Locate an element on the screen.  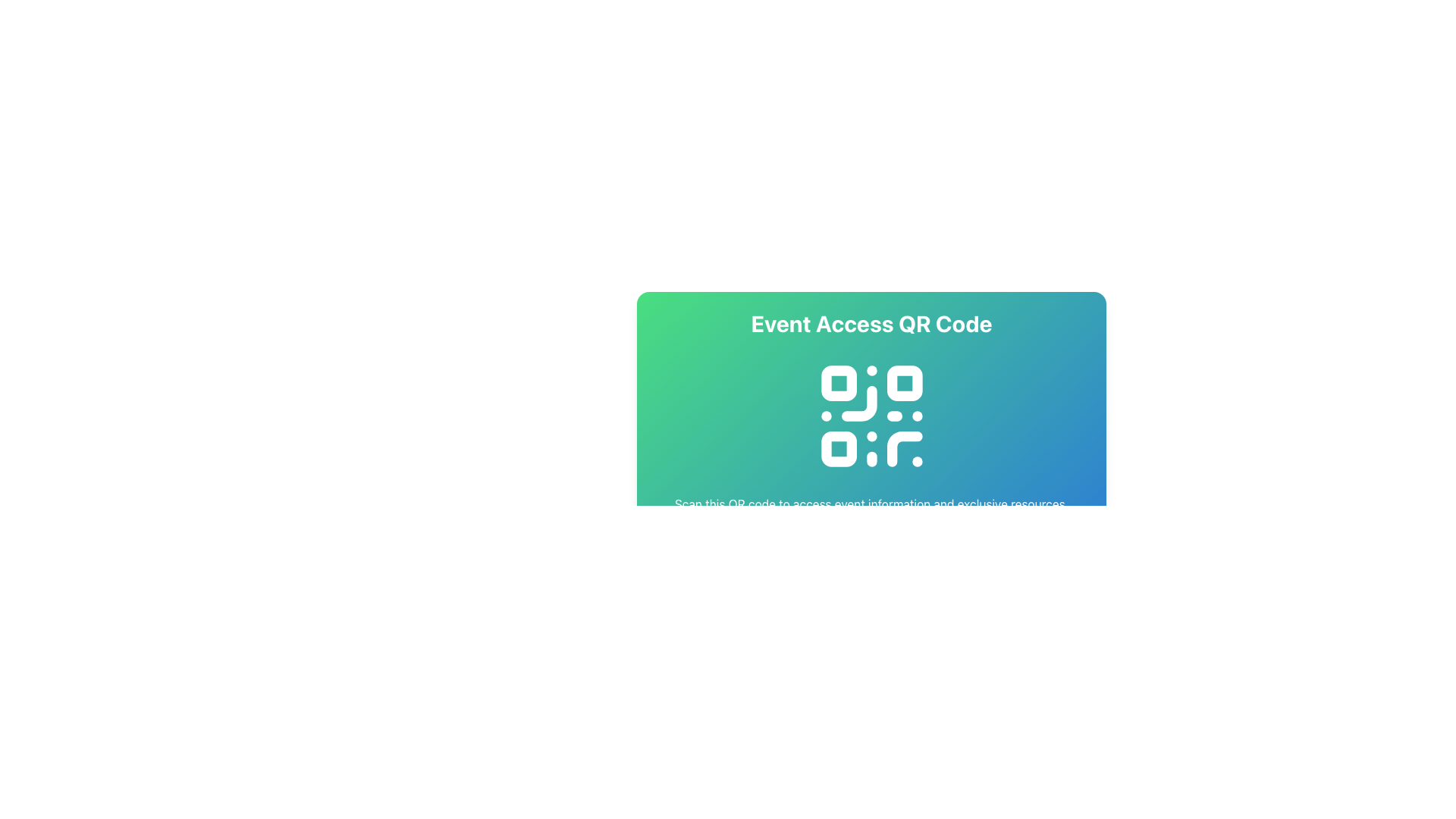
the small light blue square with rounded corners that is the second square in the top row of the QR code is located at coordinates (904, 382).